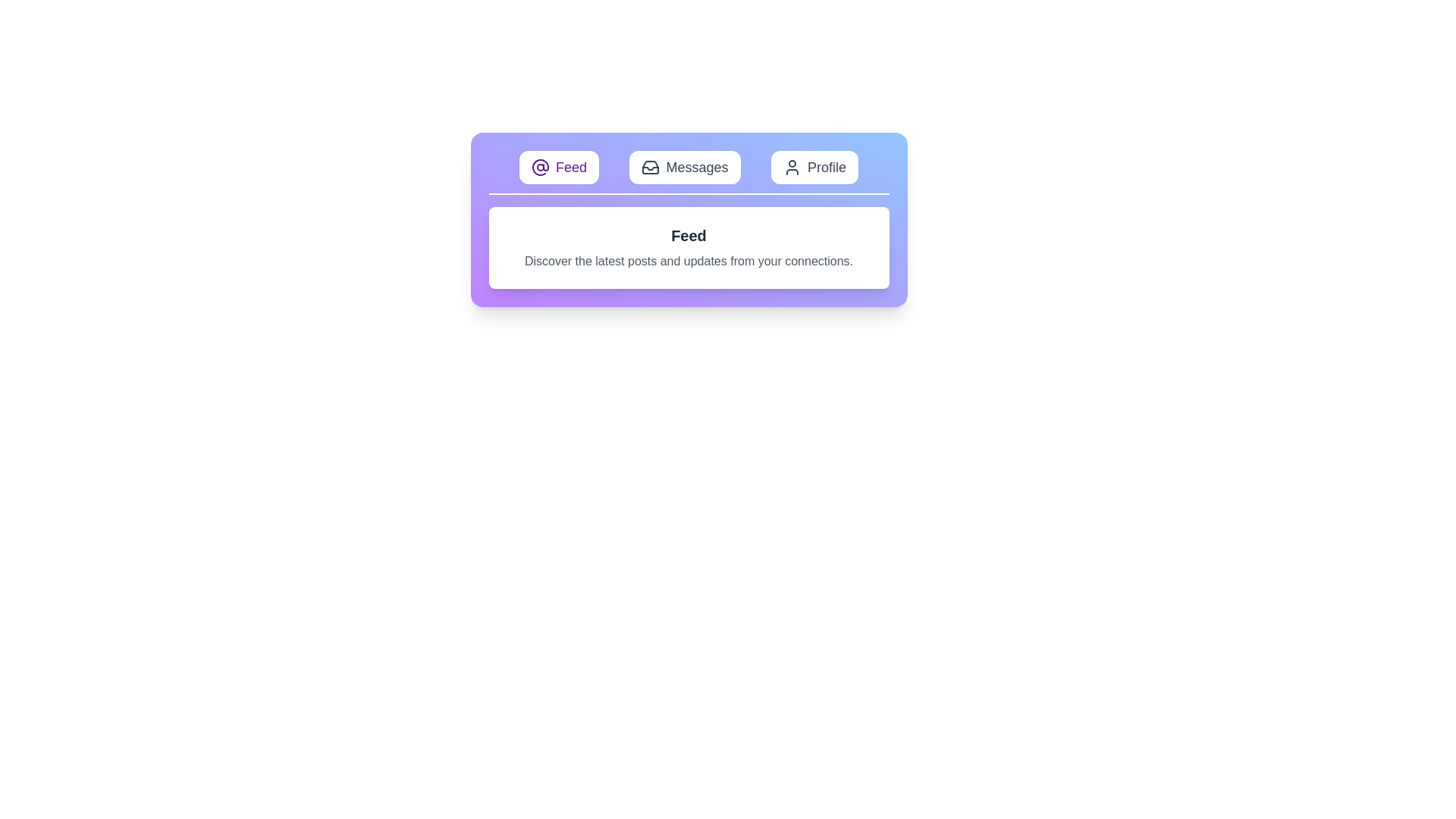  Describe the element at coordinates (814, 167) in the screenshot. I see `the Profile tab` at that location.